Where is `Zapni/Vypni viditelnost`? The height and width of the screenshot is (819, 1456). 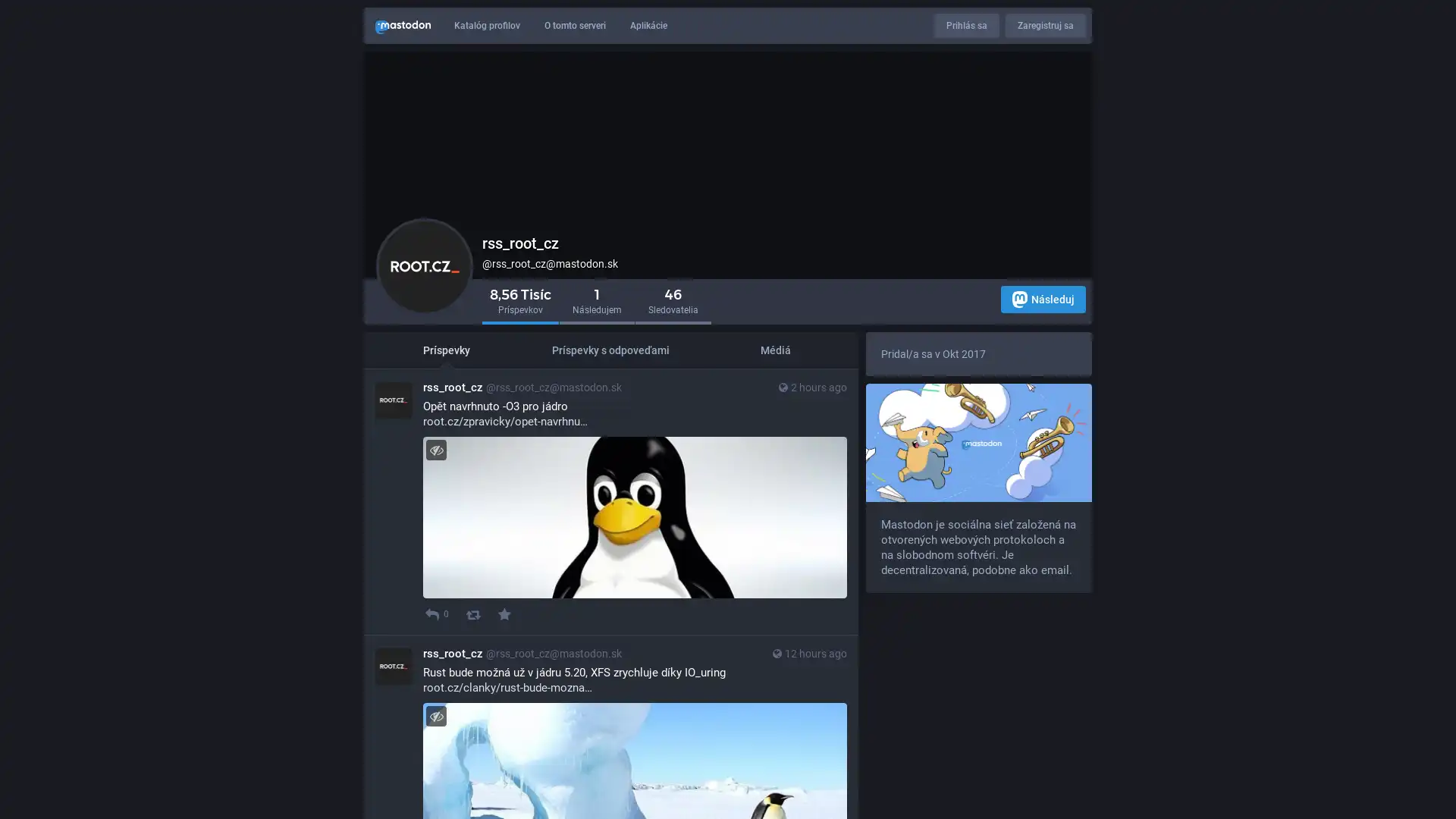
Zapni/Vypni viditelnost is located at coordinates (435, 792).